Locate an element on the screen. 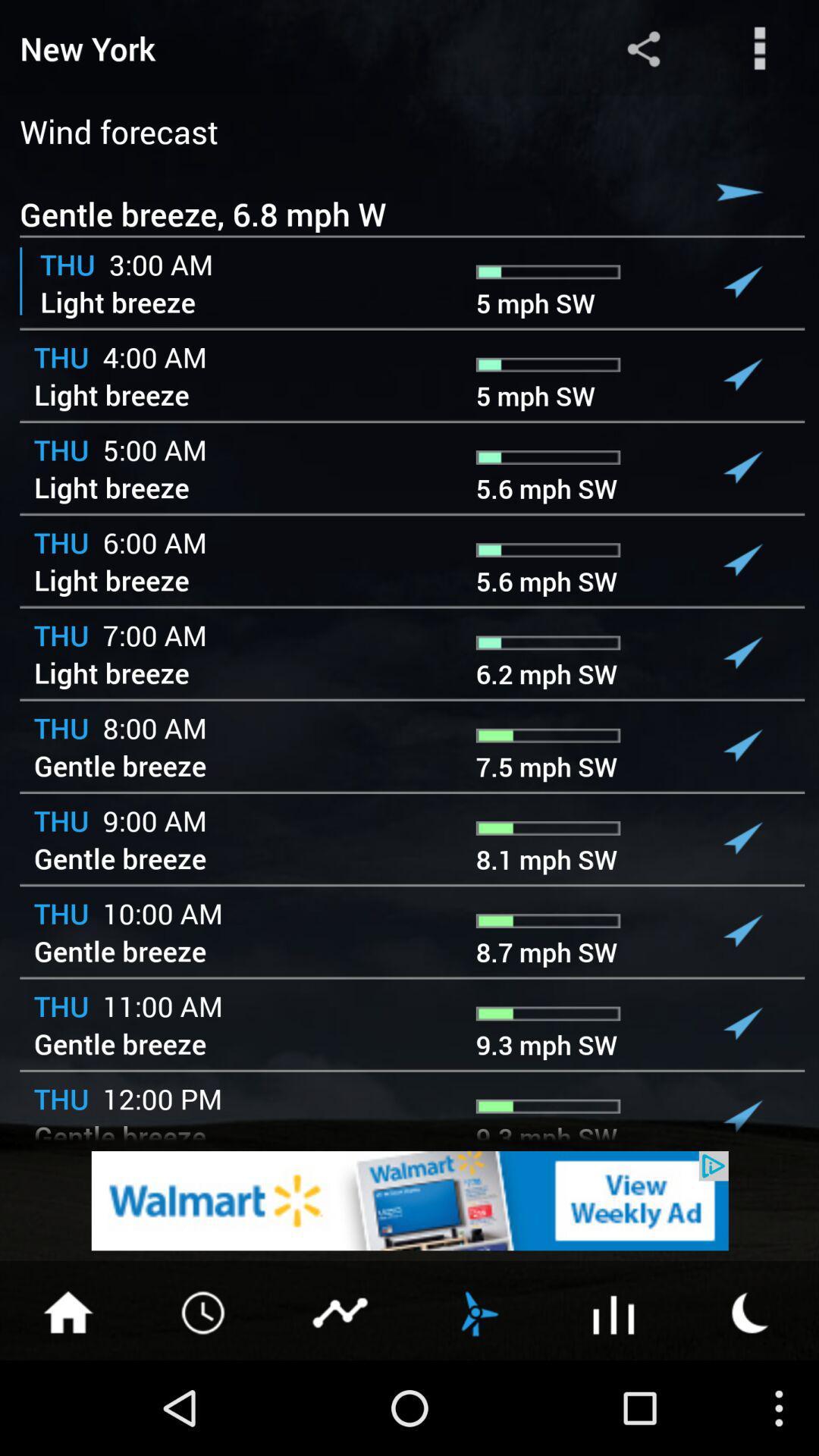 This screenshot has width=819, height=1456. shows half moon symbol is located at coordinates (751, 1310).